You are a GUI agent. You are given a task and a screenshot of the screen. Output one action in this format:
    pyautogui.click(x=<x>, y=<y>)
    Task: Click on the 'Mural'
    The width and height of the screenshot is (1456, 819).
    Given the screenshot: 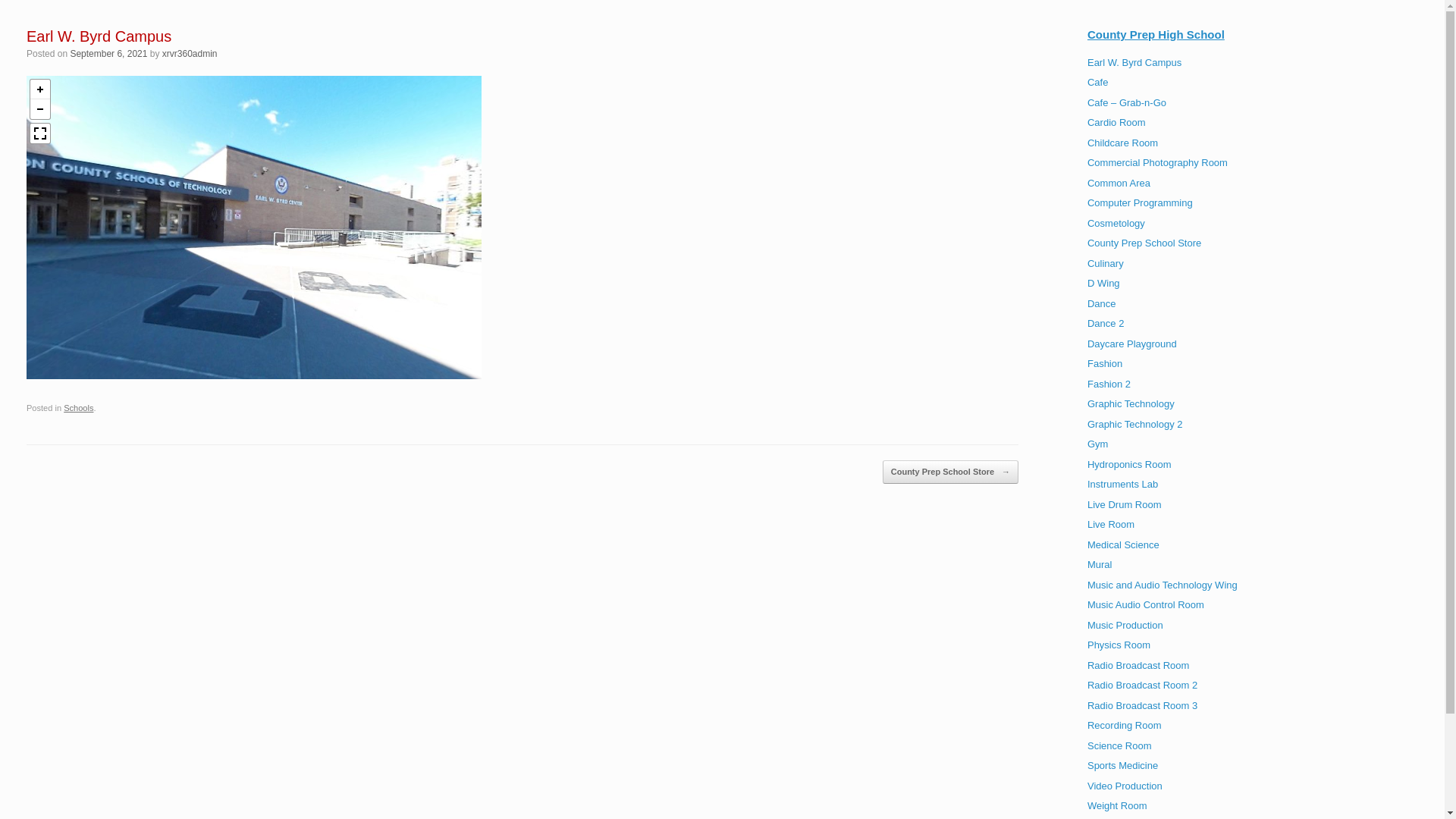 What is the action you would take?
    pyautogui.click(x=1100, y=564)
    